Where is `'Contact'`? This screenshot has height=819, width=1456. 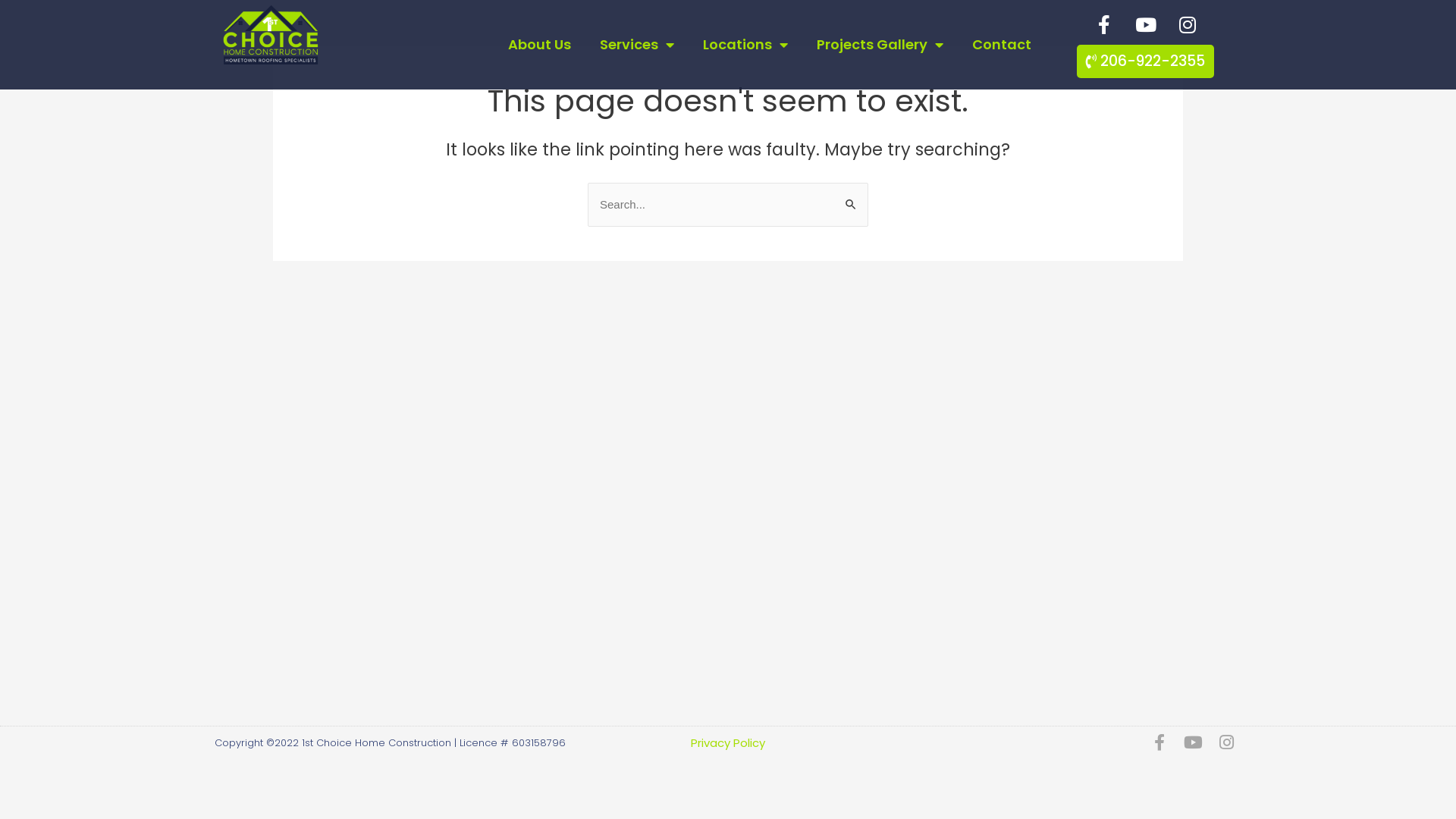
'Contact' is located at coordinates (1001, 43).